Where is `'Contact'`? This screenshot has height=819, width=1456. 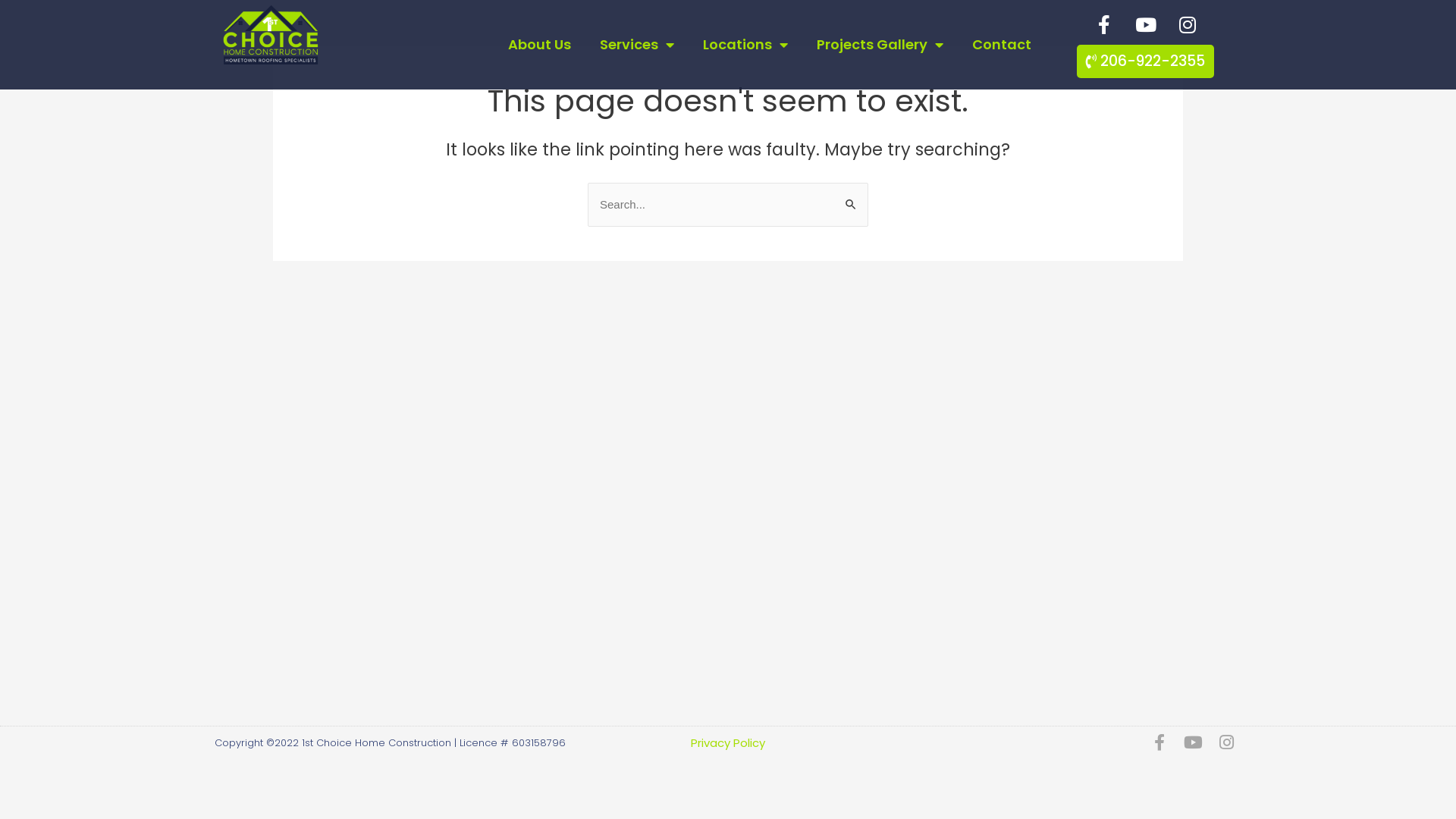
'Contact' is located at coordinates (1001, 43).